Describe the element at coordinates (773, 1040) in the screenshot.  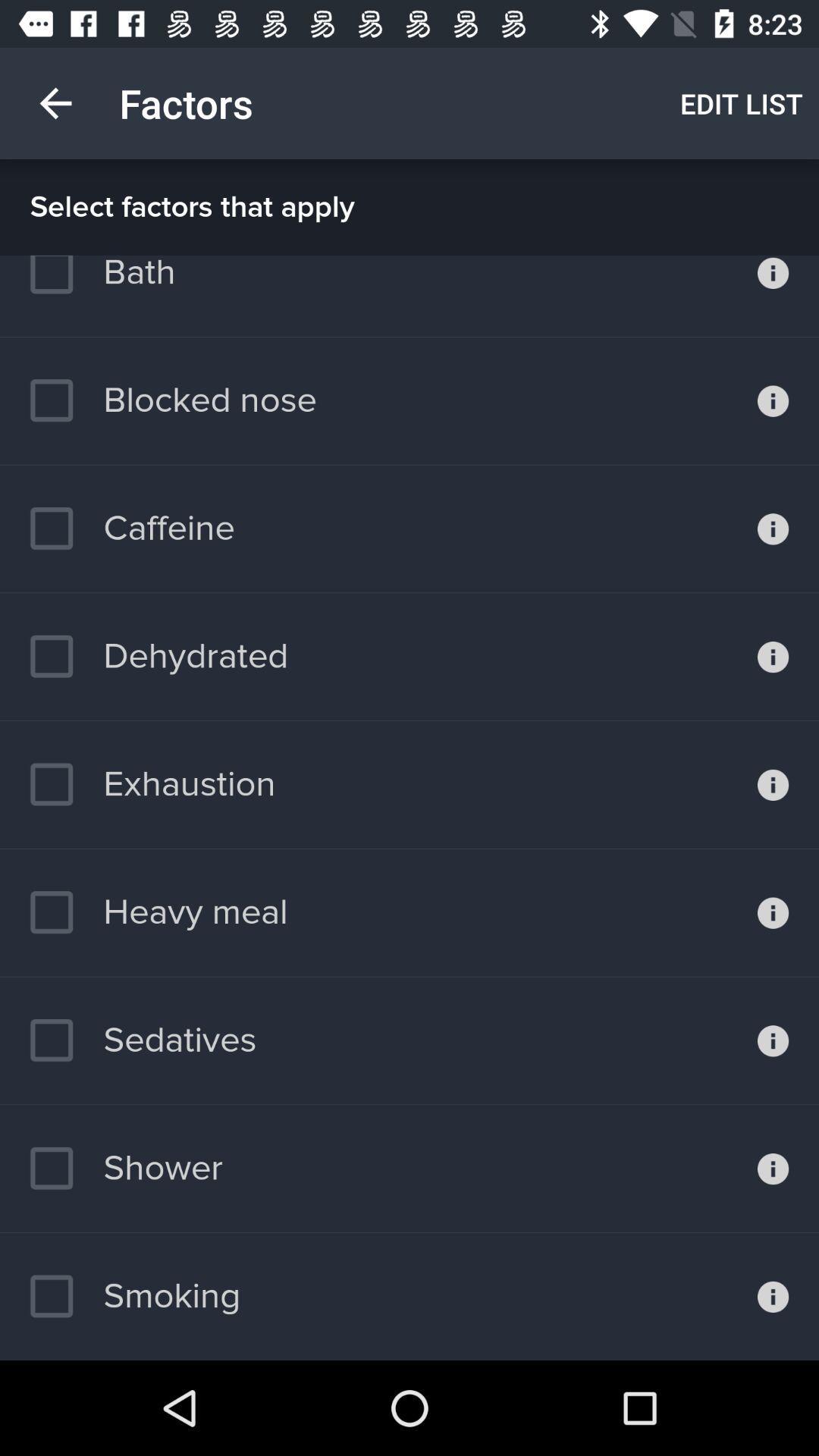
I see `open information on sedatives` at that location.